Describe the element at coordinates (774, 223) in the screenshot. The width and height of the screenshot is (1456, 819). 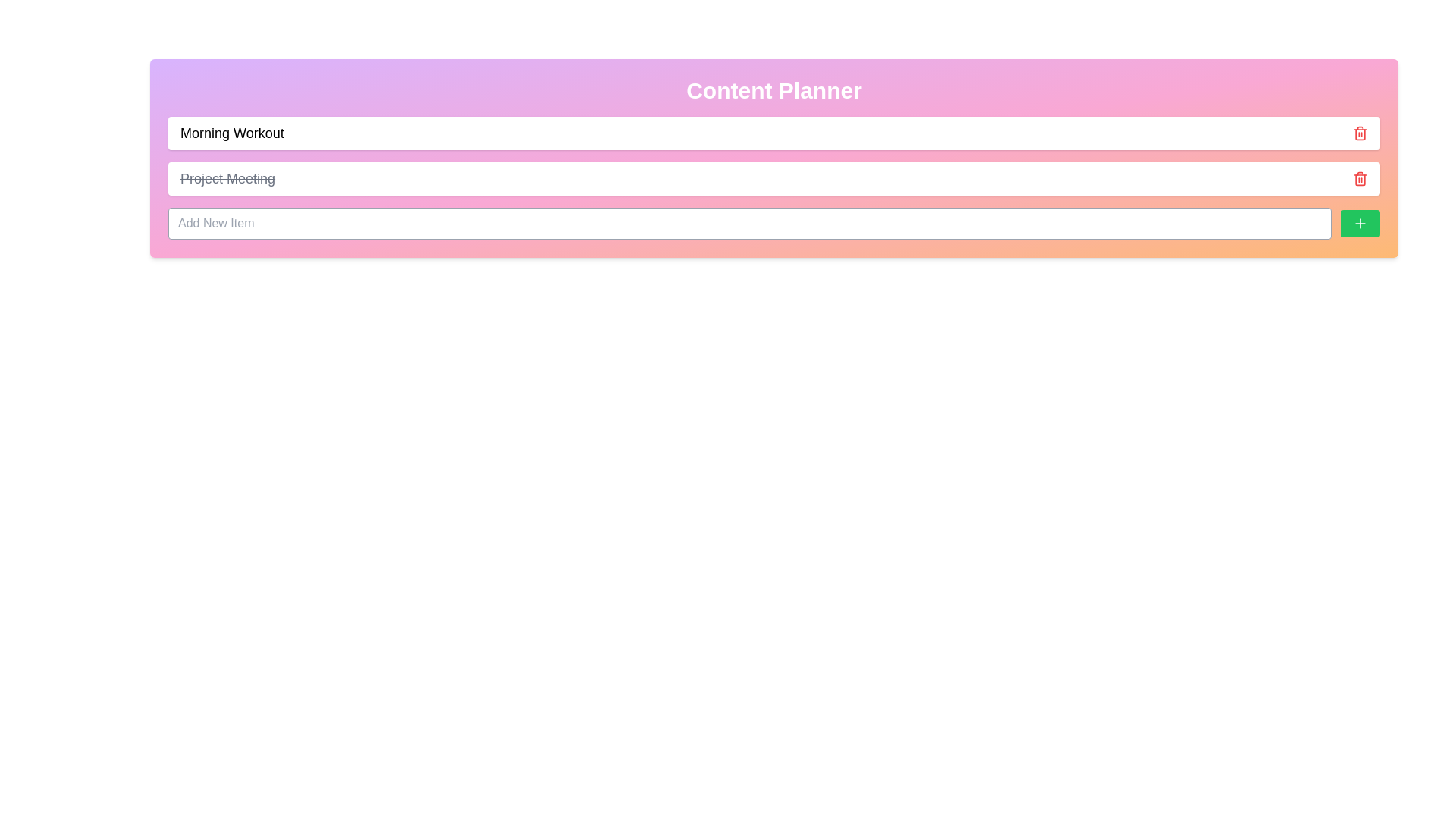
I see `the button element located at the bottom of the task list section, adjacent to the input field for adding a new task` at that location.